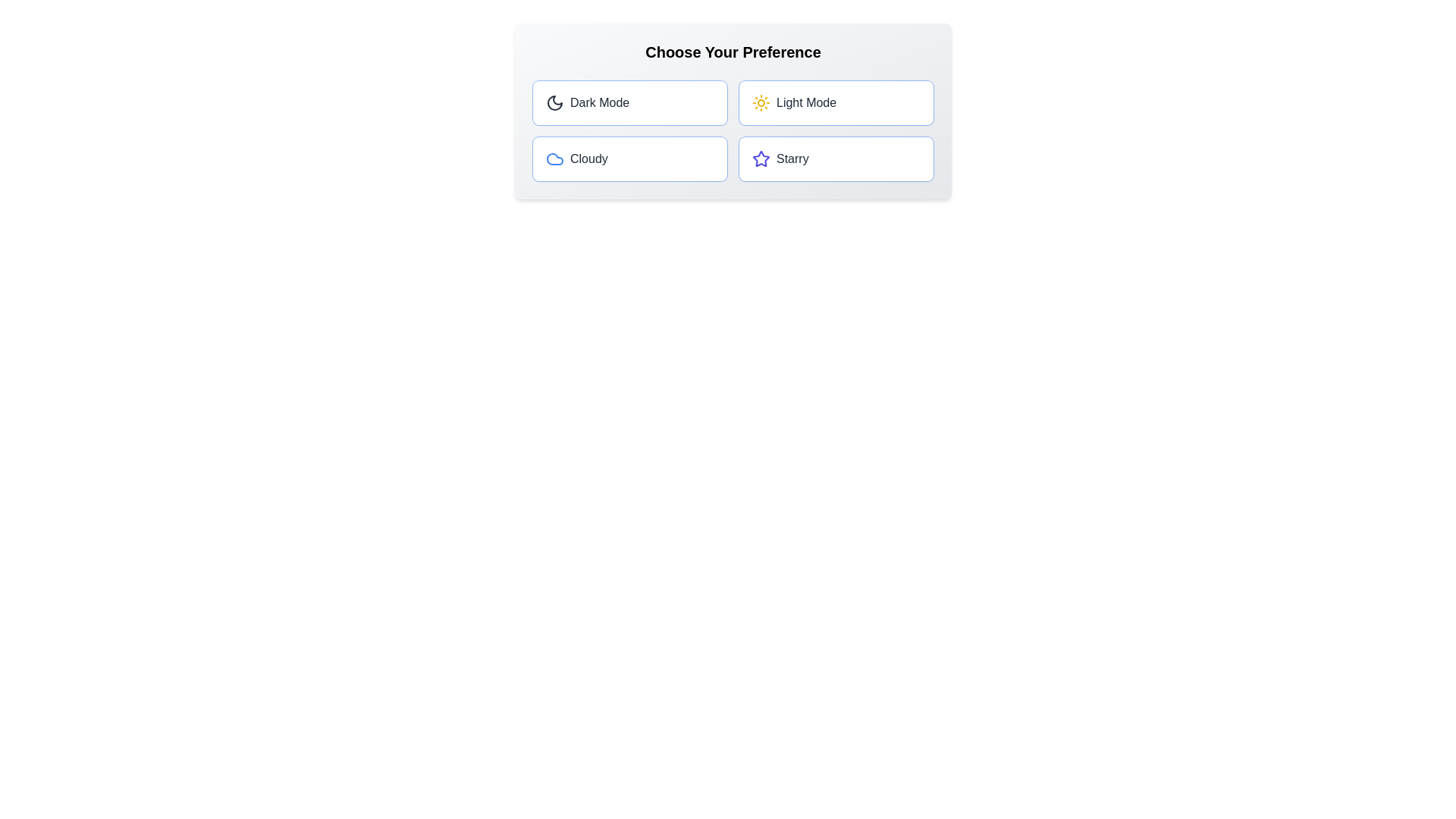 This screenshot has height=819, width=1456. What do you see at coordinates (587, 102) in the screenshot?
I see `the 'Dark Mode' button with a moon icon located in the top-left selection option of the grid menu under 'Choose Your Preference'` at bounding box center [587, 102].